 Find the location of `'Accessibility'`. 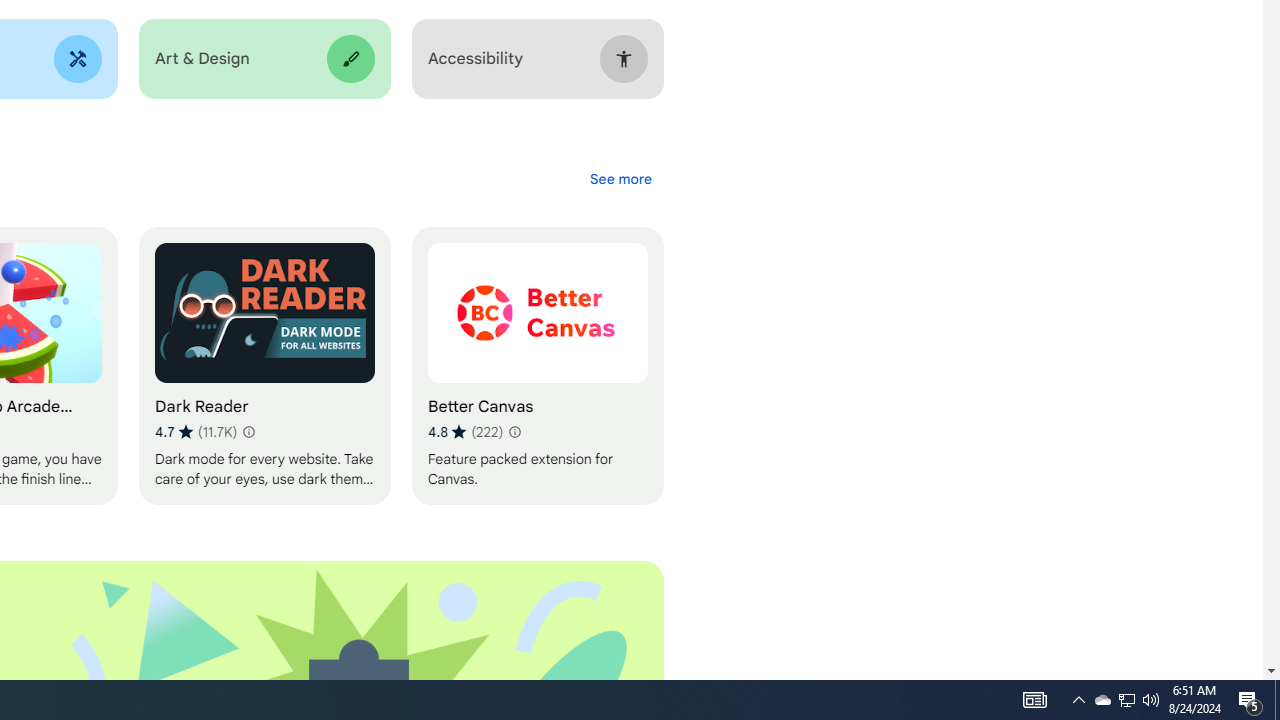

'Accessibility' is located at coordinates (537, 58).